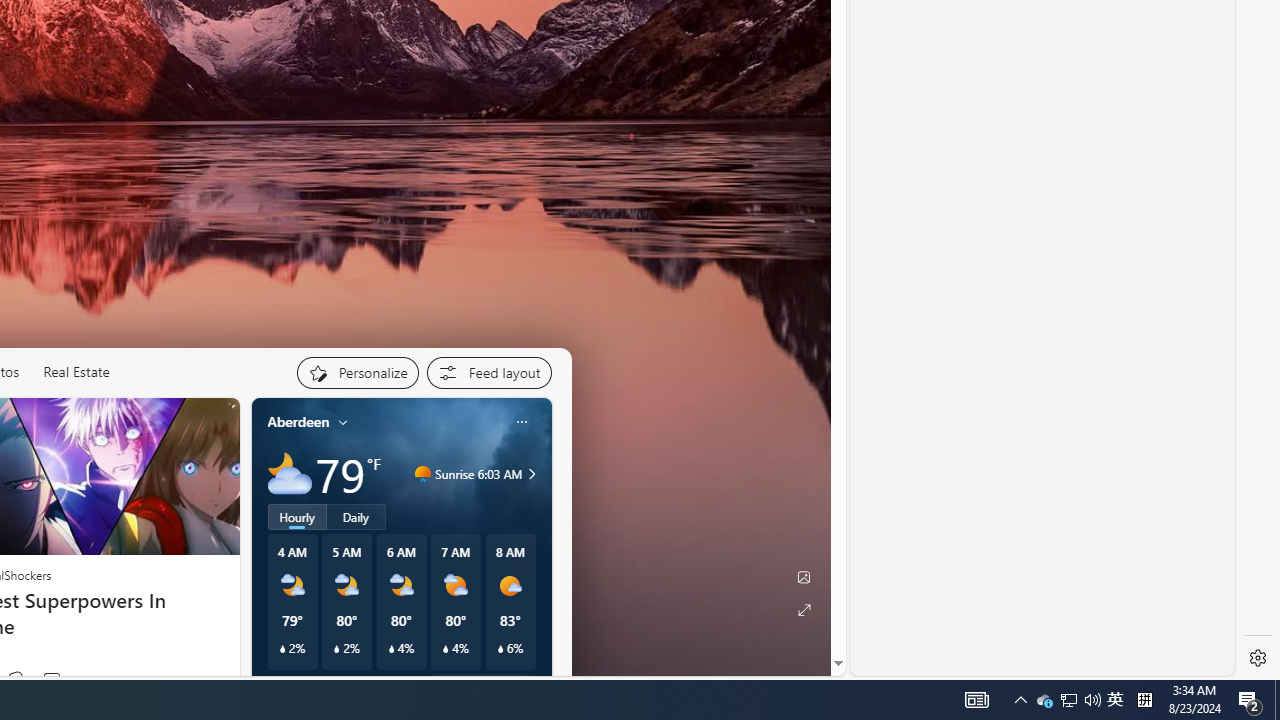  I want to click on 'Mostly cloudy', so click(288, 474).